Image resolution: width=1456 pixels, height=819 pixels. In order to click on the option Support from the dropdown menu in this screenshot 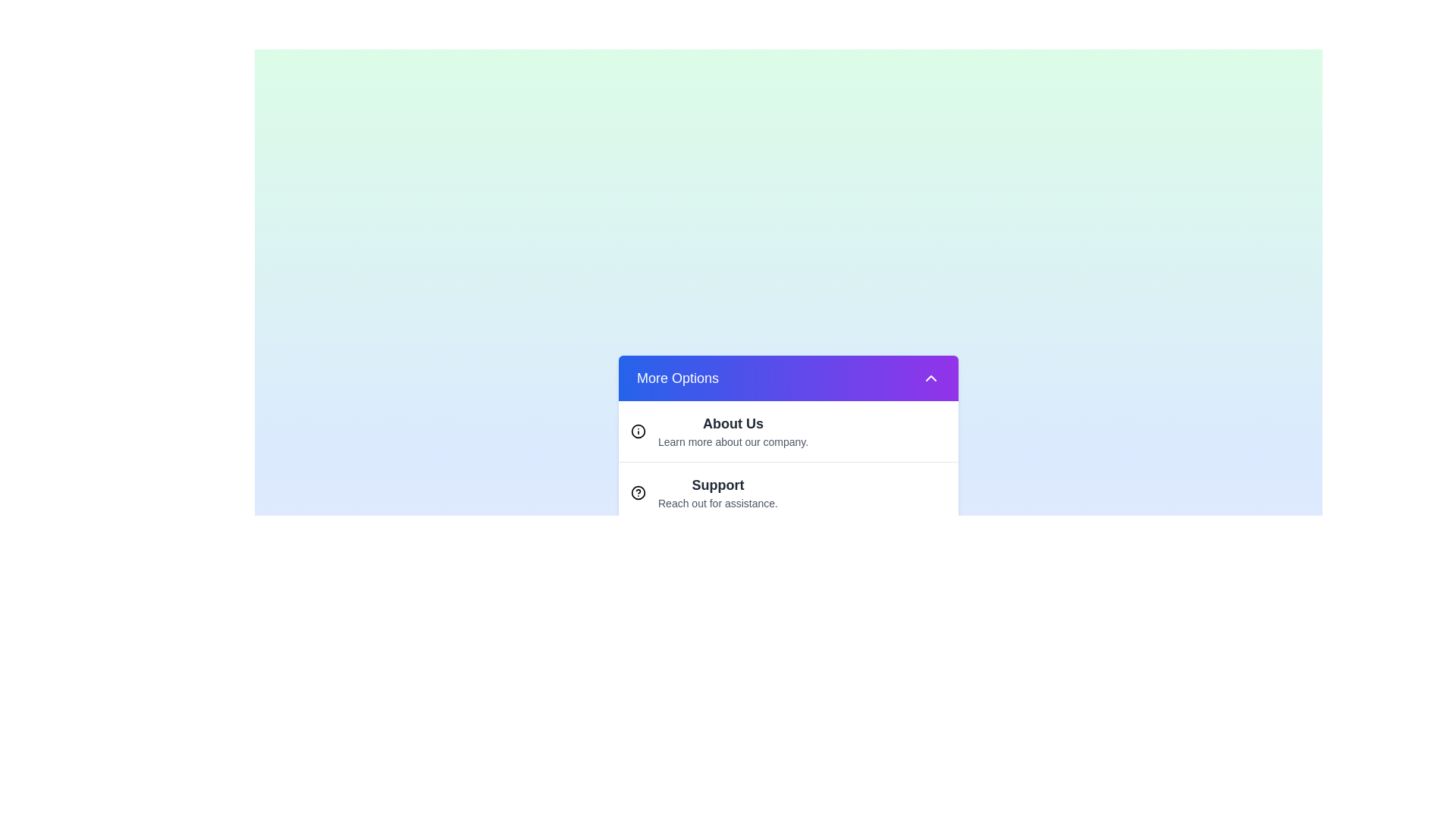, I will do `click(789, 491)`.